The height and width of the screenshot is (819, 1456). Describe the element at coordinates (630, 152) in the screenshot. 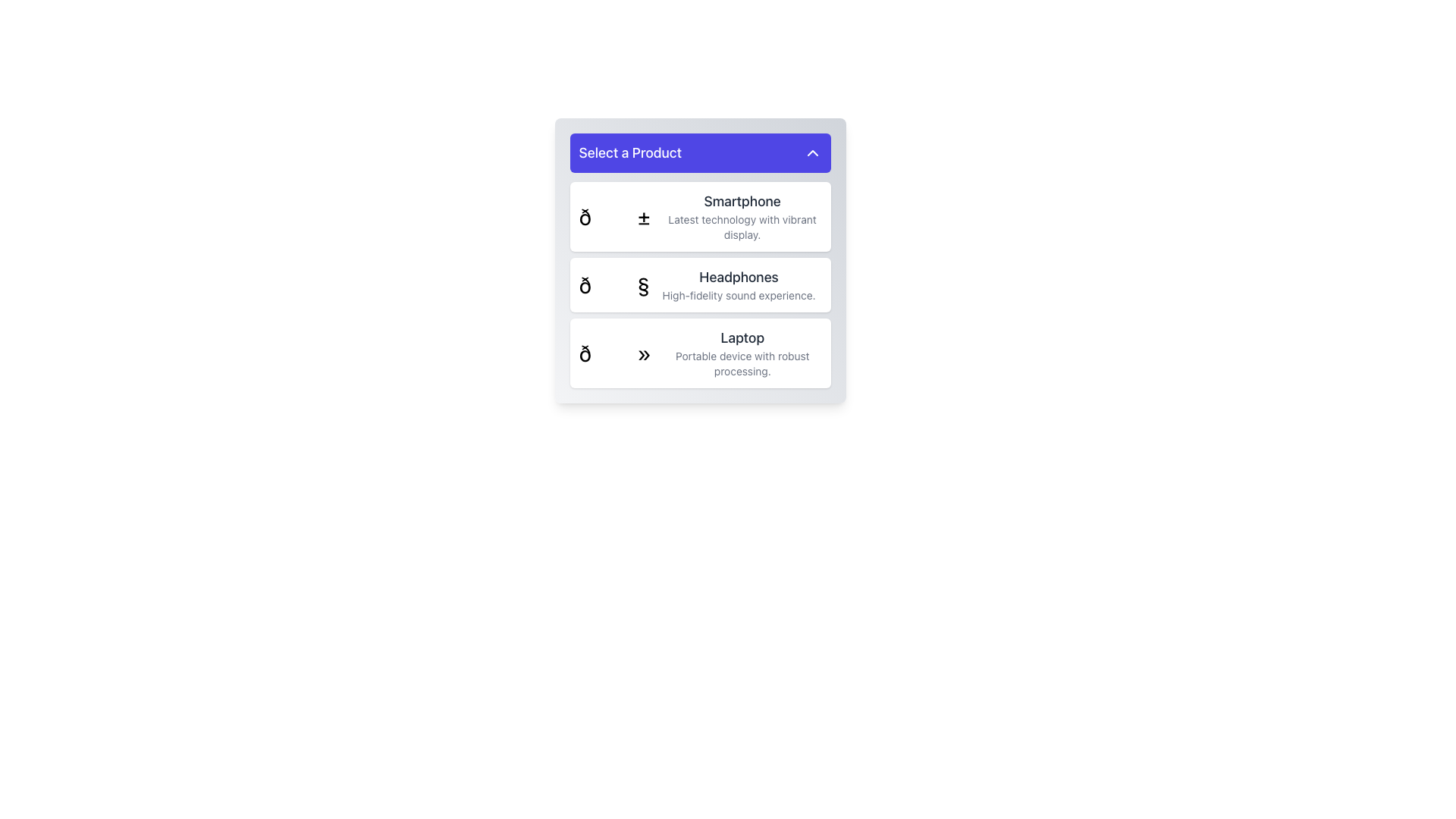

I see `text of the title label for the dropdown menu, which is centrally positioned above the list of products` at that location.